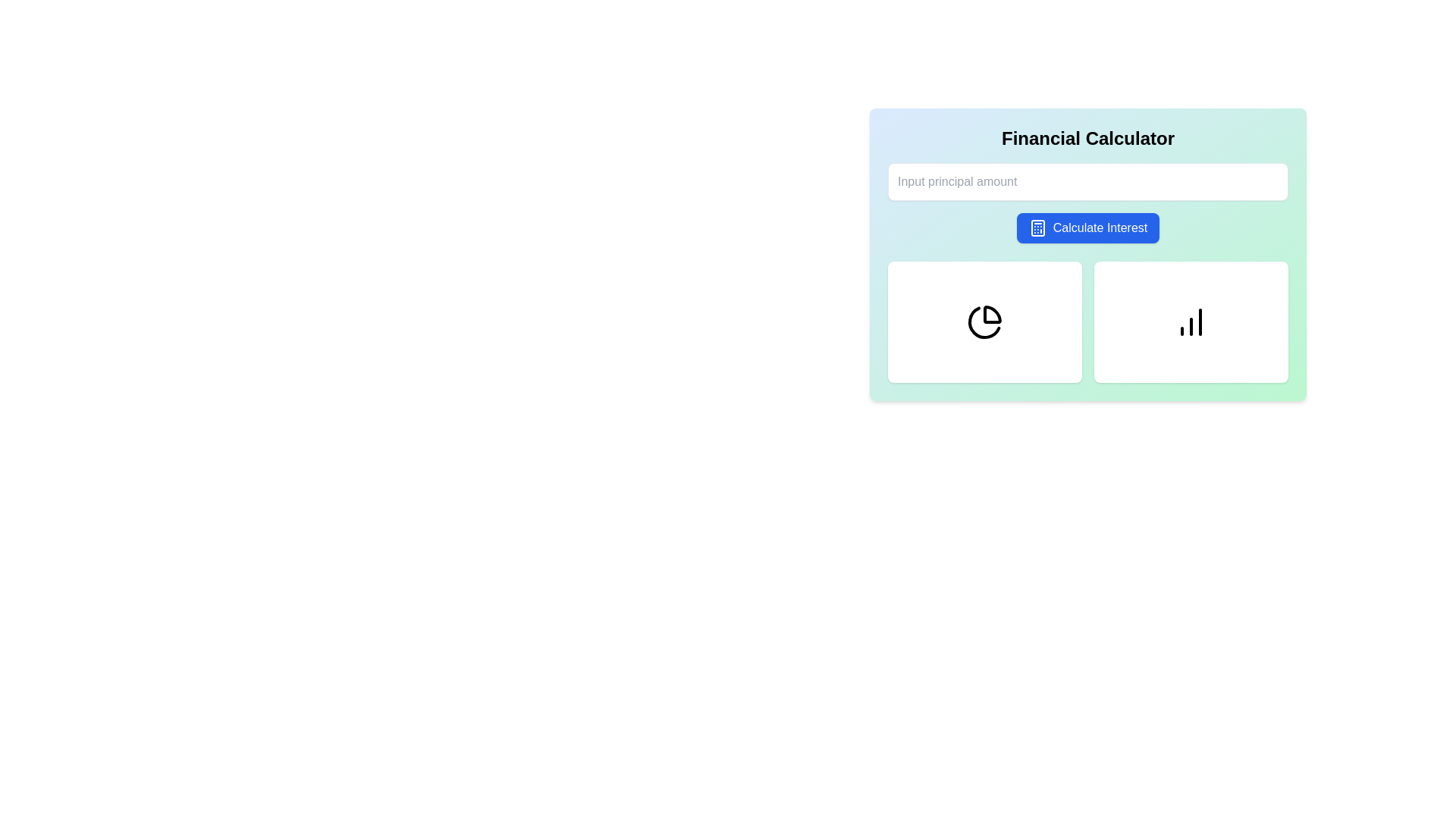 The width and height of the screenshot is (1456, 819). Describe the element at coordinates (985, 321) in the screenshot. I see `the SVG pie chart icon located in the financial calculator interface, which is the first icon in the left section beneath the 'Calculate Interest' button` at that location.